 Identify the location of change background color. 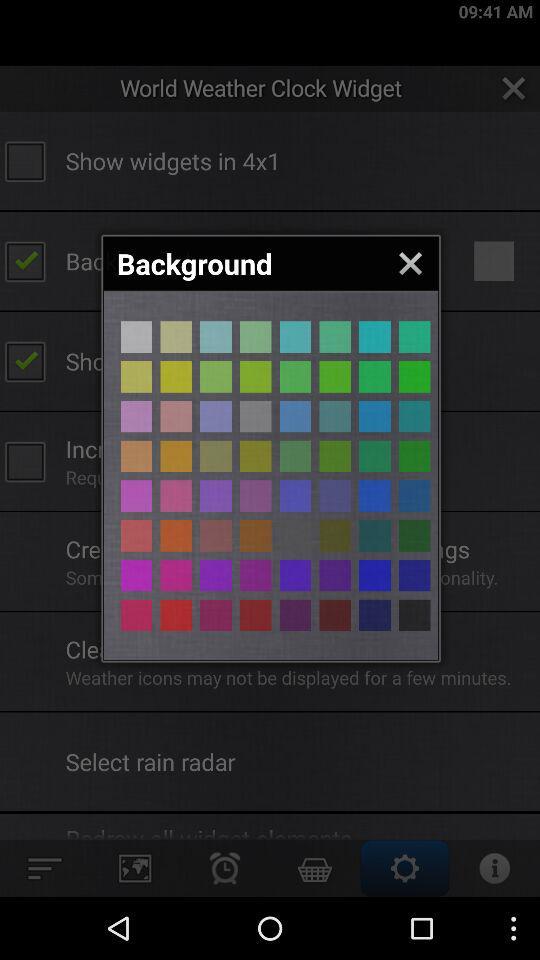
(255, 614).